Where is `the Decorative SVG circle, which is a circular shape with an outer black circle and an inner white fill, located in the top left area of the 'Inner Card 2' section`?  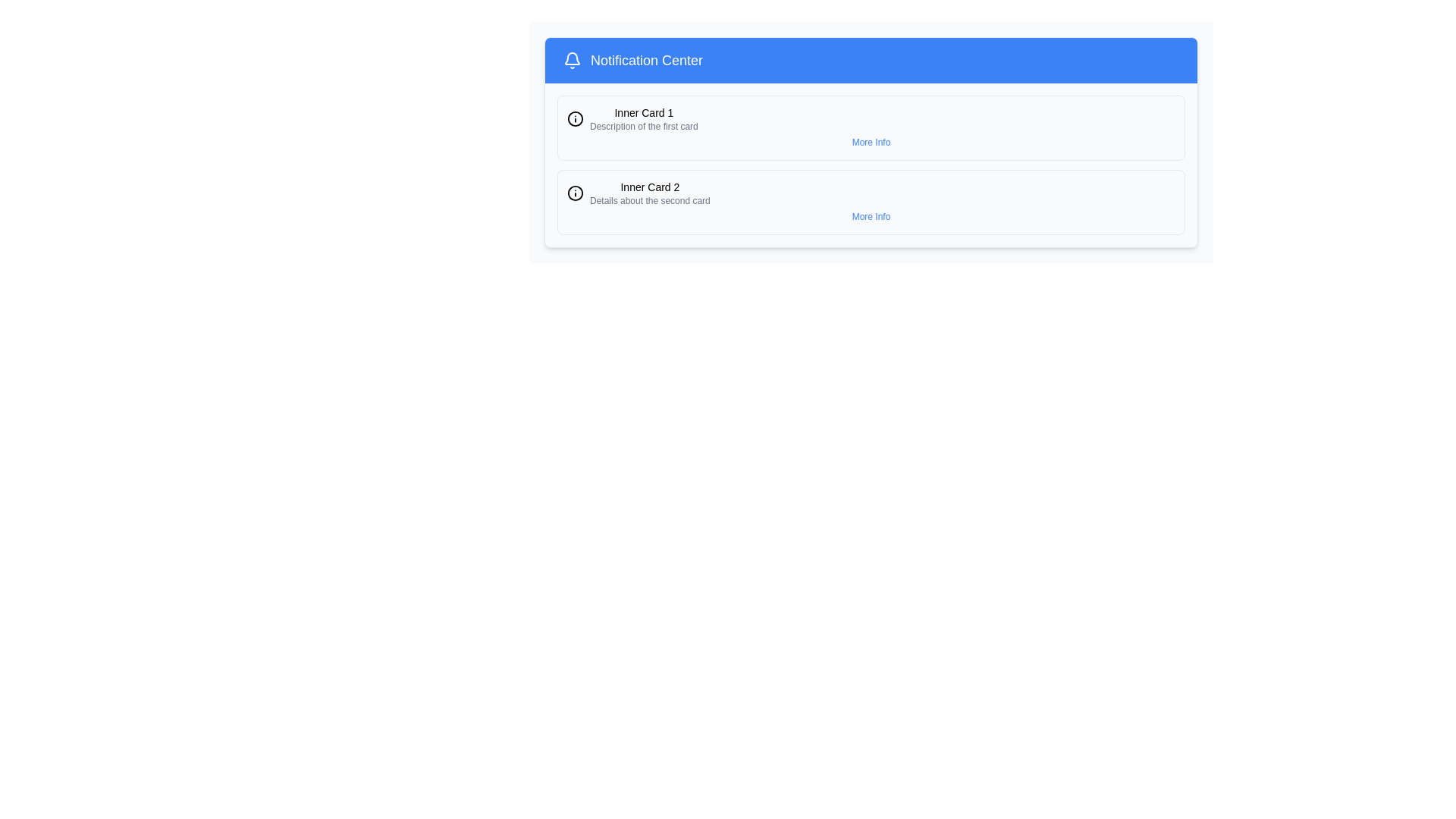 the Decorative SVG circle, which is a circular shape with an outer black circle and an inner white fill, located in the top left area of the 'Inner Card 2' section is located at coordinates (574, 118).